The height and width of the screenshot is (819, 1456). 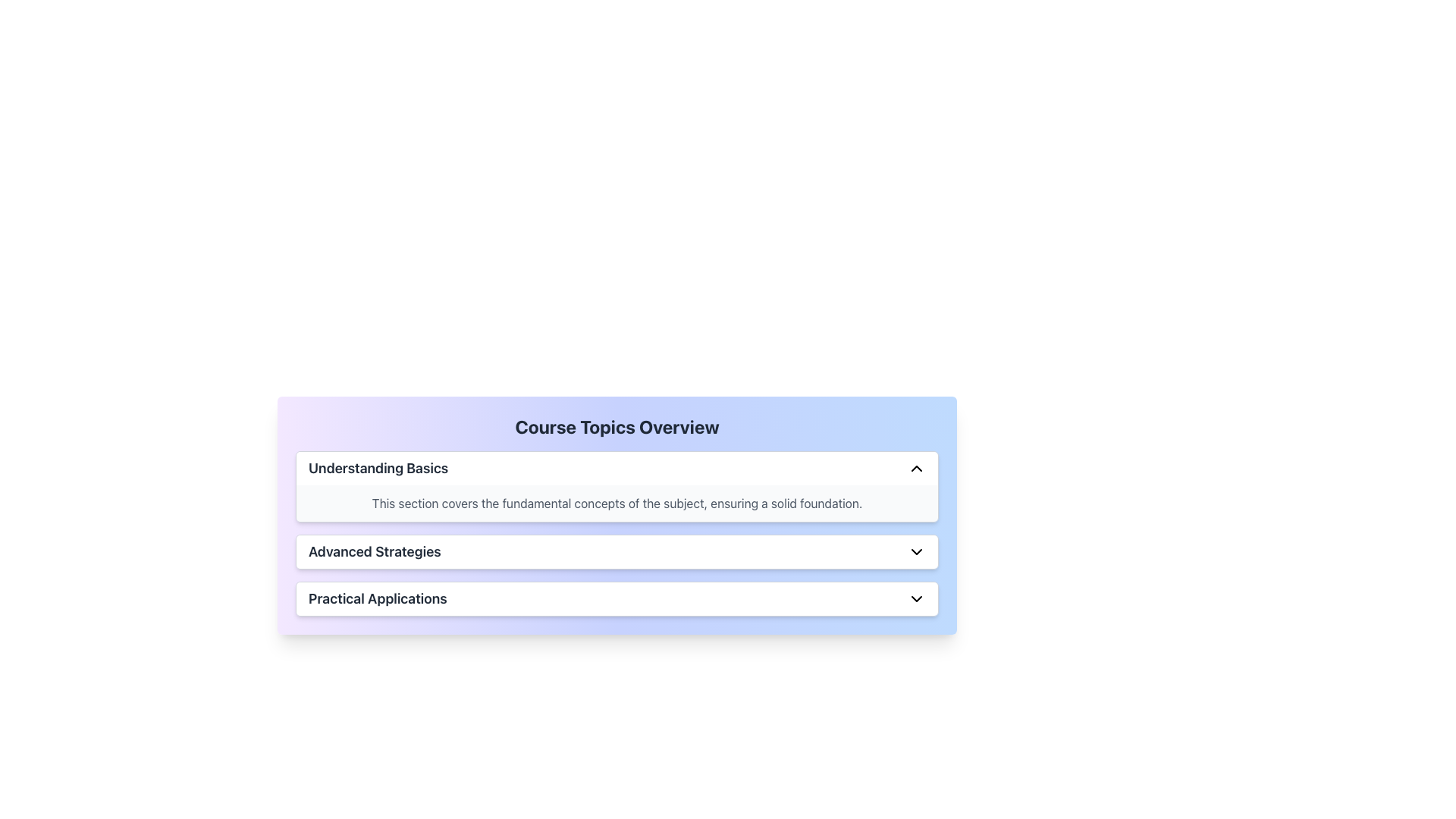 What do you see at coordinates (916, 467) in the screenshot?
I see `the toggle icon button located at the far right end of the expanded 'Understanding Basics' section` at bounding box center [916, 467].